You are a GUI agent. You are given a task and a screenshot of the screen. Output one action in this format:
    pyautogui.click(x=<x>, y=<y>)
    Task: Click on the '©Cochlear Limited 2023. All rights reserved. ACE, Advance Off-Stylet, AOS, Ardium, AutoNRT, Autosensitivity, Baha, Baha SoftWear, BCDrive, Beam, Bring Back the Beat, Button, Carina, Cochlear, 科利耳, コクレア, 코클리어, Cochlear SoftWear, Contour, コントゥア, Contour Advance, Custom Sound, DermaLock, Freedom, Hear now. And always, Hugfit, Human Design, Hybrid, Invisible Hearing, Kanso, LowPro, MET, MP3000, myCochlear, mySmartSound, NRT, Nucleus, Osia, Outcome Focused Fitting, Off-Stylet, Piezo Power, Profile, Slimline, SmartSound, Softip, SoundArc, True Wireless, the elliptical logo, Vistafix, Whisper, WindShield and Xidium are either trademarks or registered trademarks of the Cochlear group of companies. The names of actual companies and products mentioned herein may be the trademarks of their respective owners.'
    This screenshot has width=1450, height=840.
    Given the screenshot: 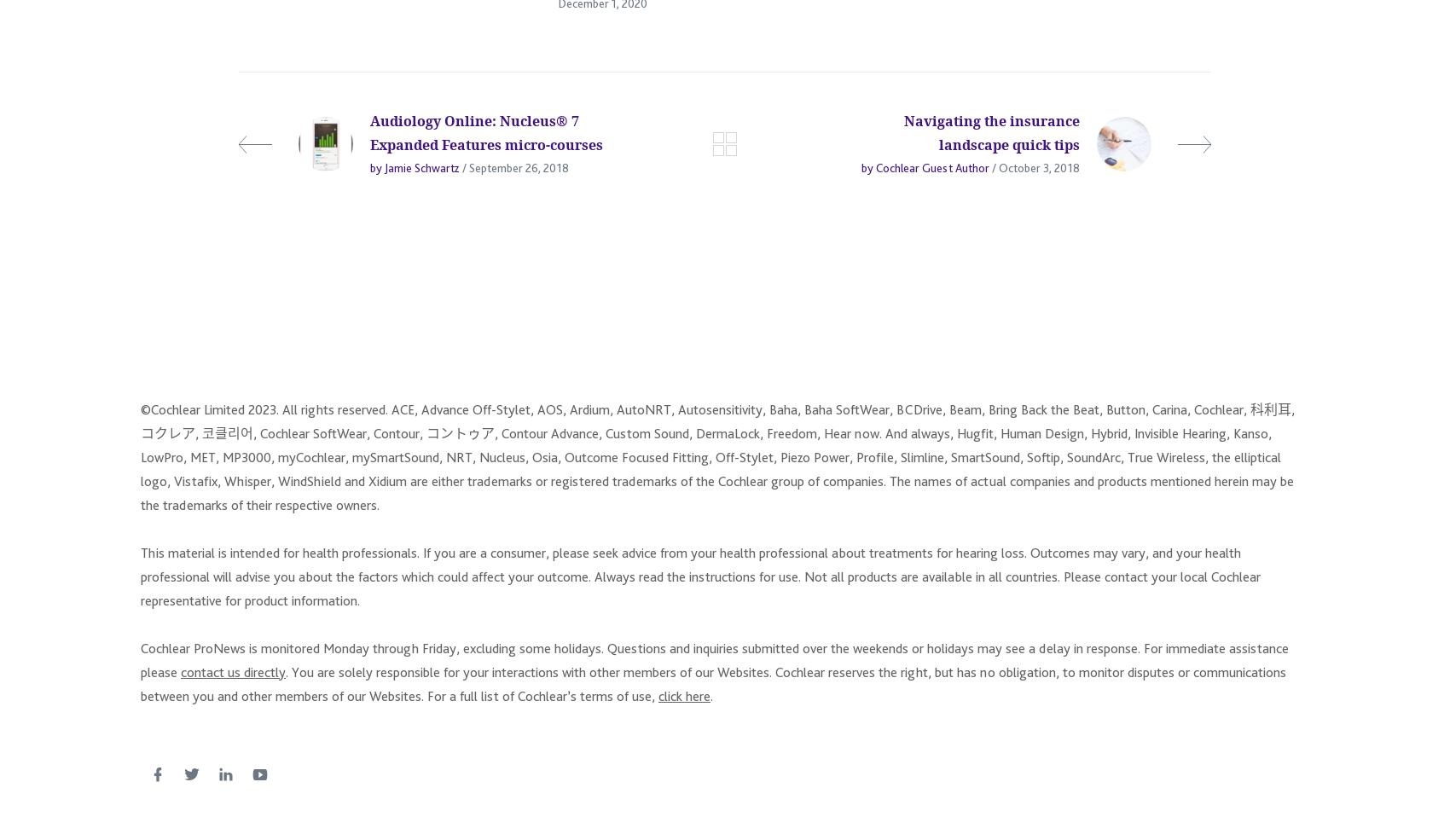 What is the action you would take?
    pyautogui.click(x=140, y=465)
    